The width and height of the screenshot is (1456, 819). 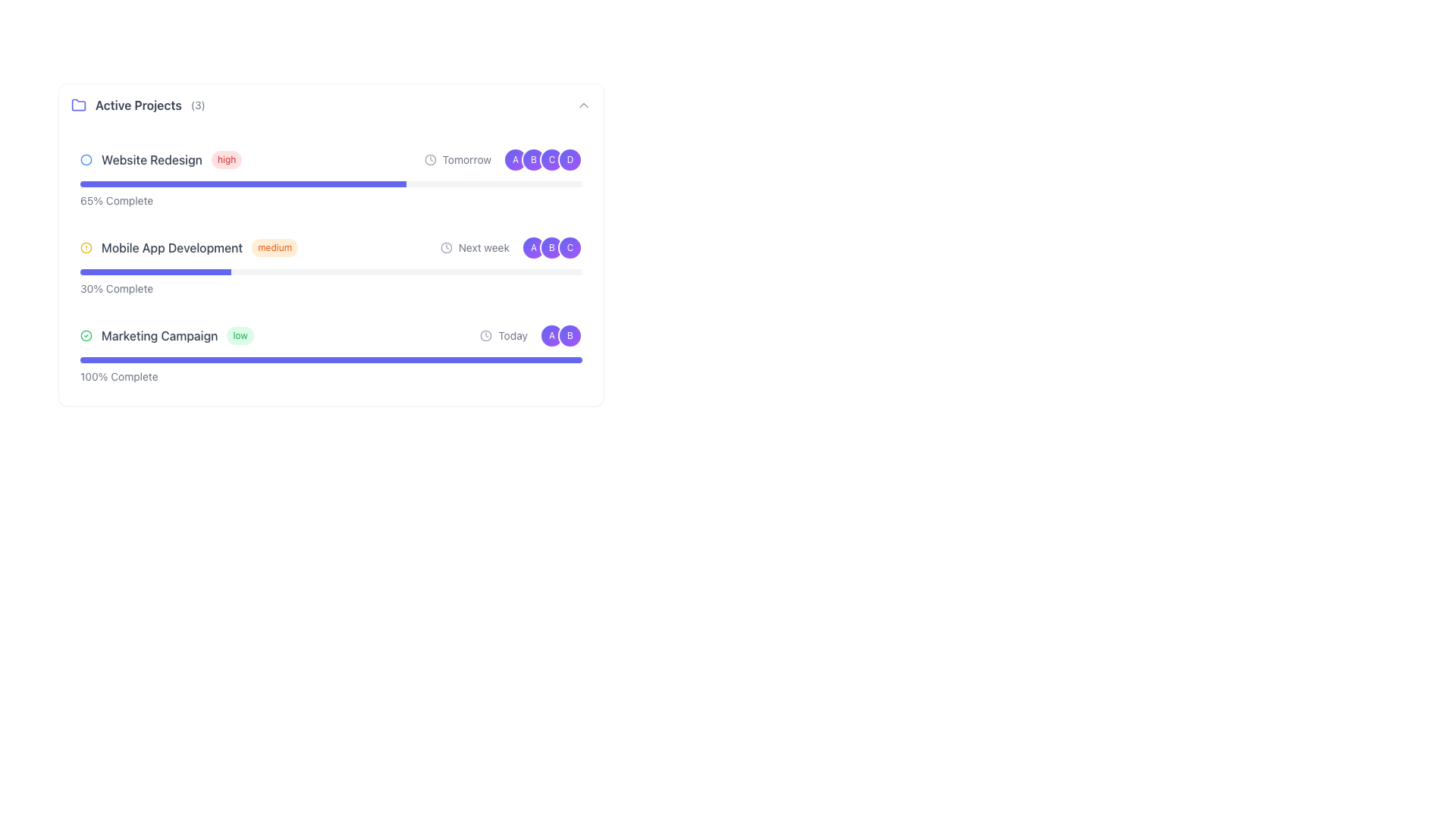 I want to click on the progress represented by the progress bar segment for the 'Mobile App Development' task, which indicates the completion percentage visually, so click(x=155, y=271).